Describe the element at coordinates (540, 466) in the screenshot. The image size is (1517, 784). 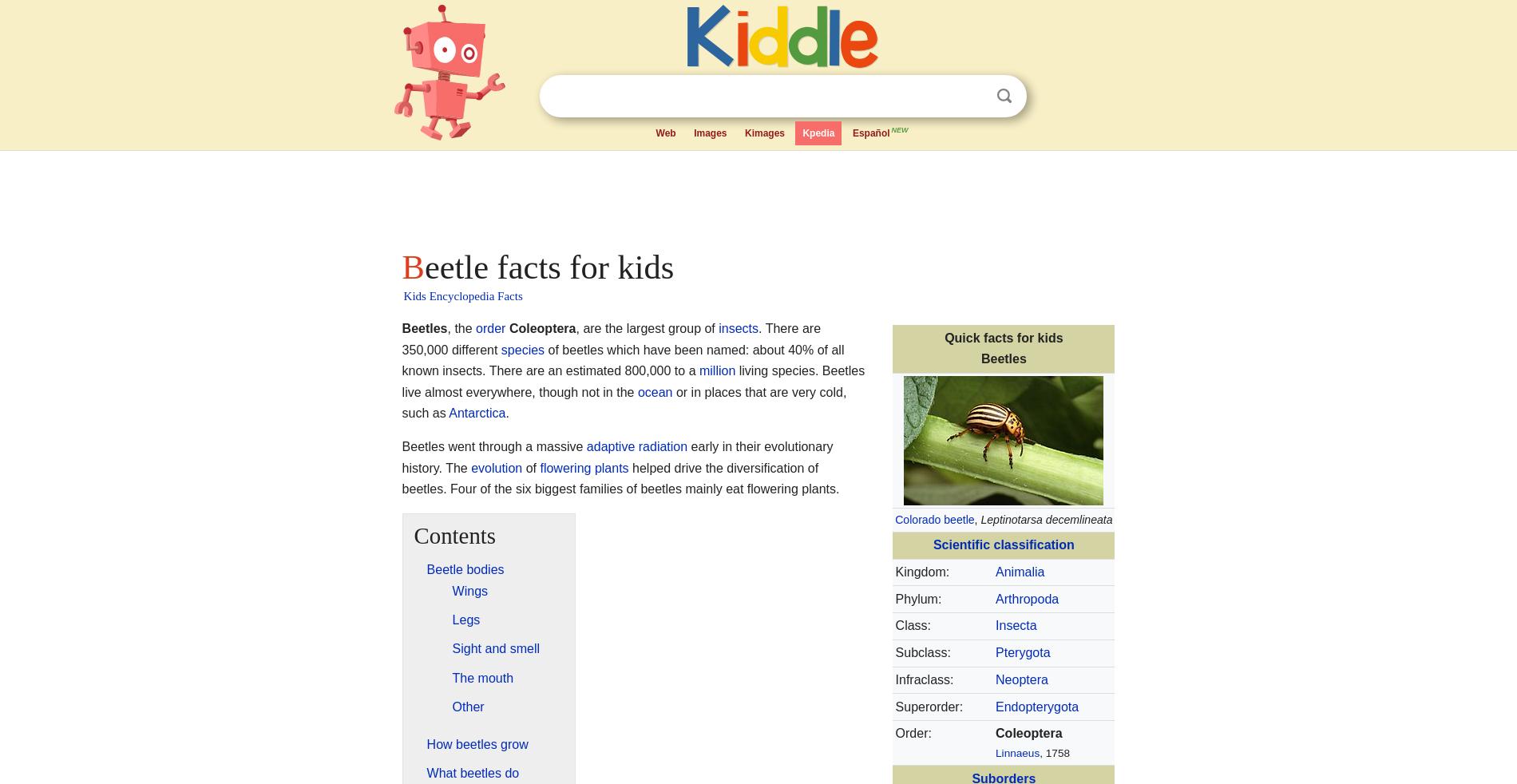
I see `'flowering plants'` at that location.